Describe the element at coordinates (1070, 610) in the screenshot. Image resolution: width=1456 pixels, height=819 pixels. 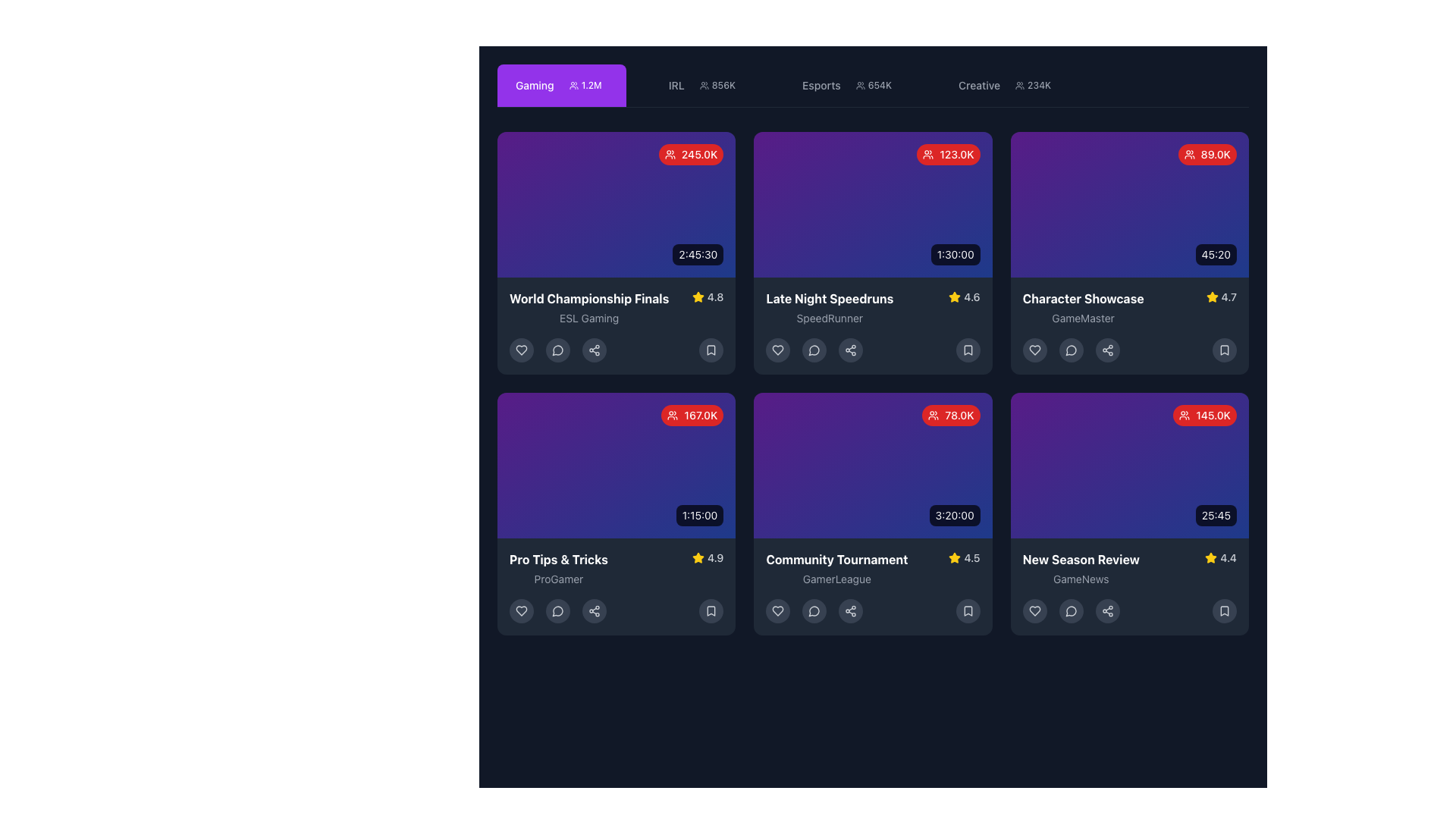
I see `the messaging icon located in the bottom-right corner of the 'New Season Review' card, which is the third icon in the row of interactive icons` at that location.